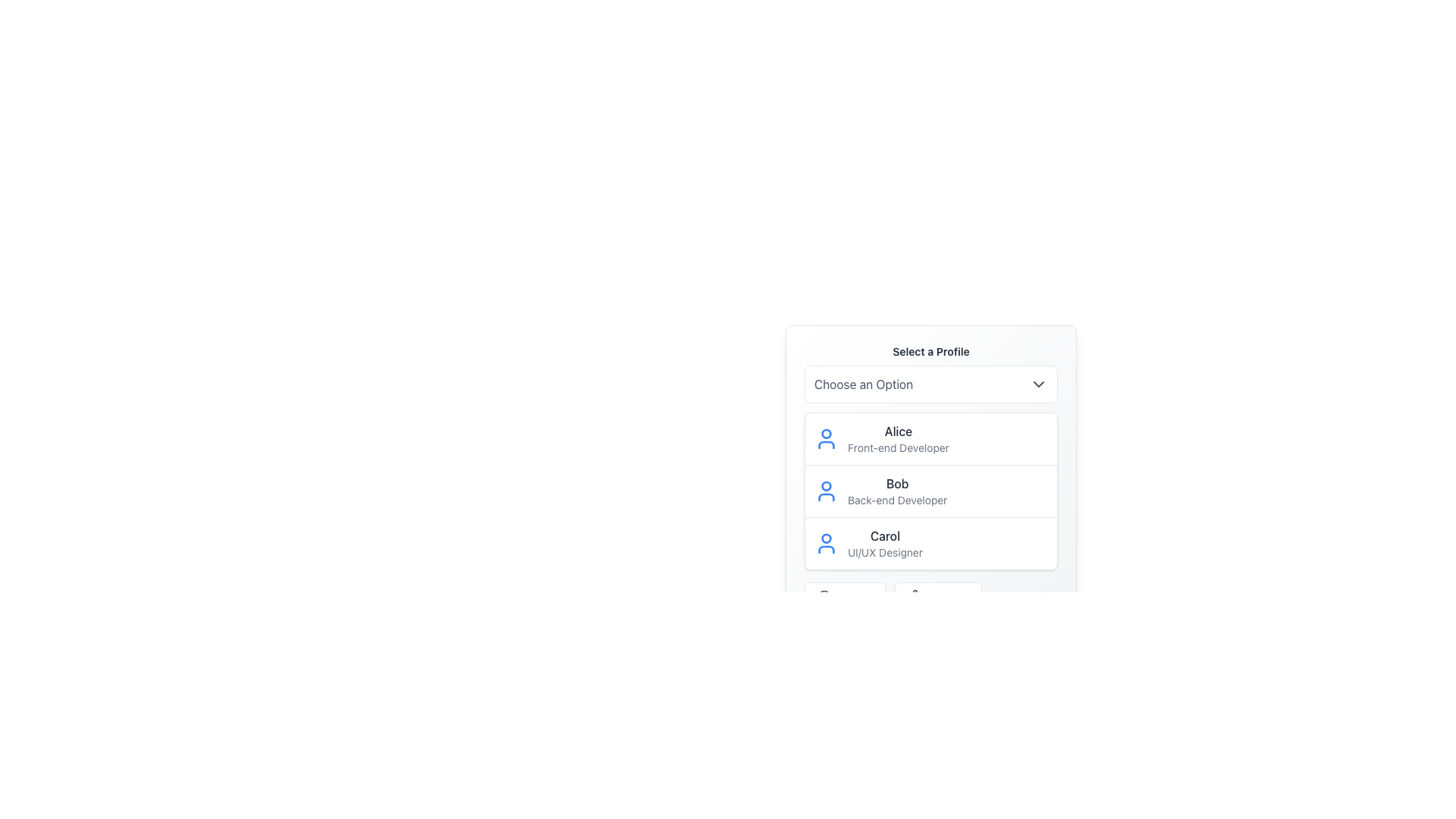 The image size is (1456, 819). I want to click on the Text Display element that shows the name 'Bob' and the title 'Back-end Developer' in the second user profile card, so click(897, 491).